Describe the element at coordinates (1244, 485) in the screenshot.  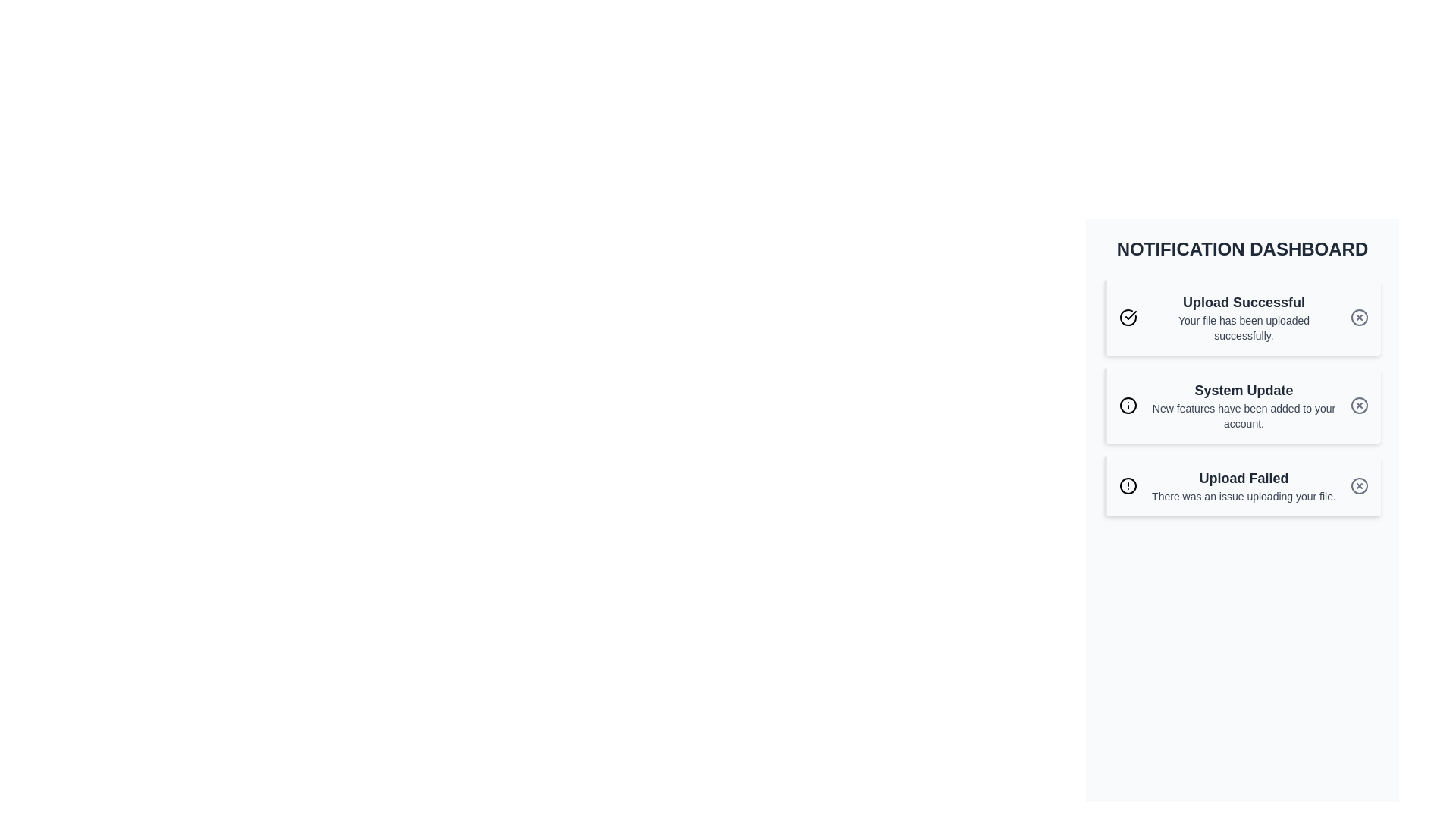
I see `the error displayed in the third notification entry of the notification panel by clicking on the notification message component` at that location.